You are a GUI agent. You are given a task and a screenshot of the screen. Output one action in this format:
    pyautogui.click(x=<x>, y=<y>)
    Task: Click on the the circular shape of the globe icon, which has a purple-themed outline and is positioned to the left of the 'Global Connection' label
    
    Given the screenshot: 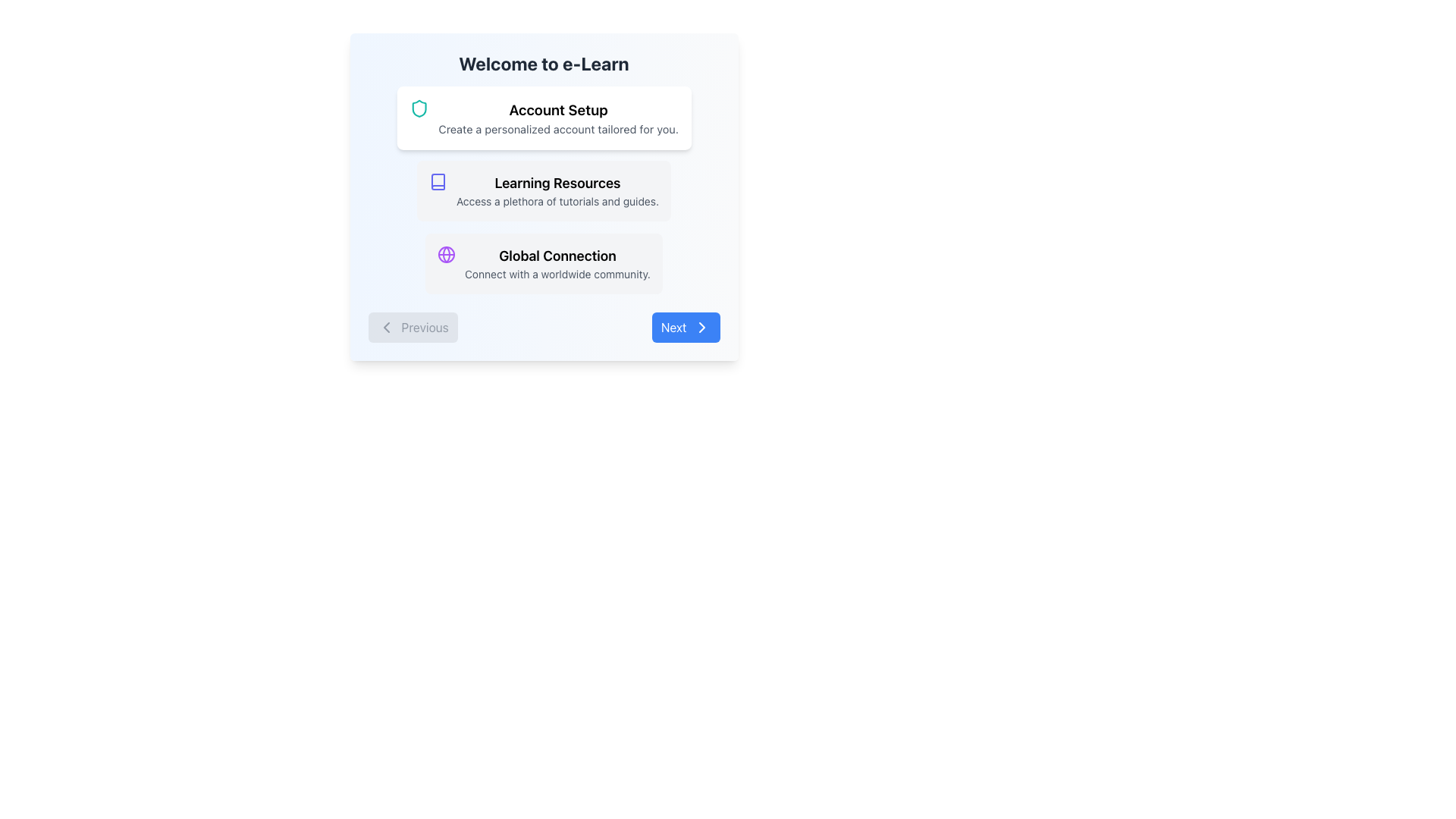 What is the action you would take?
    pyautogui.click(x=446, y=253)
    